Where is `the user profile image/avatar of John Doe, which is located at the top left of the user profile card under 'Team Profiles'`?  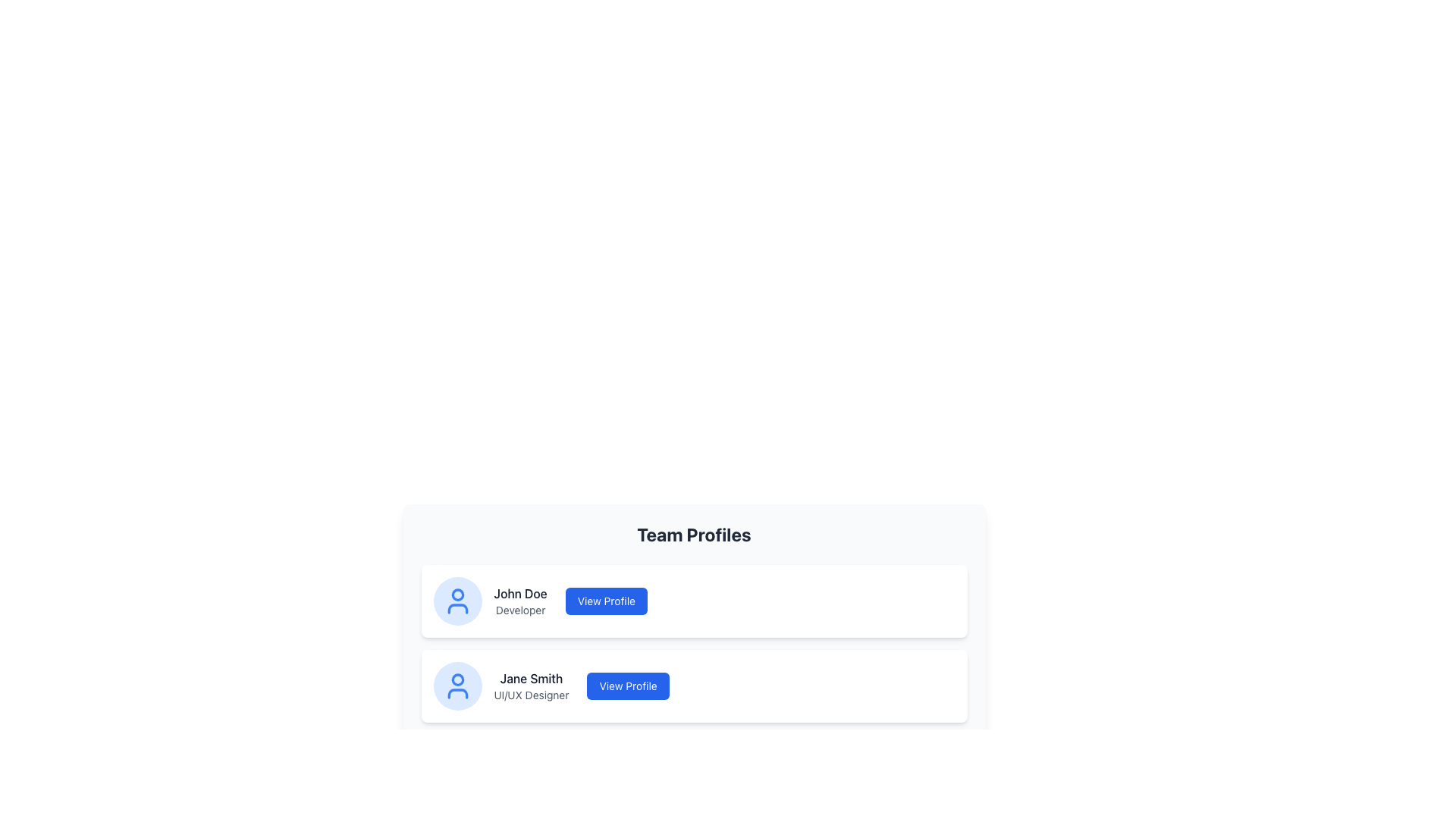 the user profile image/avatar of John Doe, which is located at the top left of the user profile card under 'Team Profiles' is located at coordinates (457, 601).